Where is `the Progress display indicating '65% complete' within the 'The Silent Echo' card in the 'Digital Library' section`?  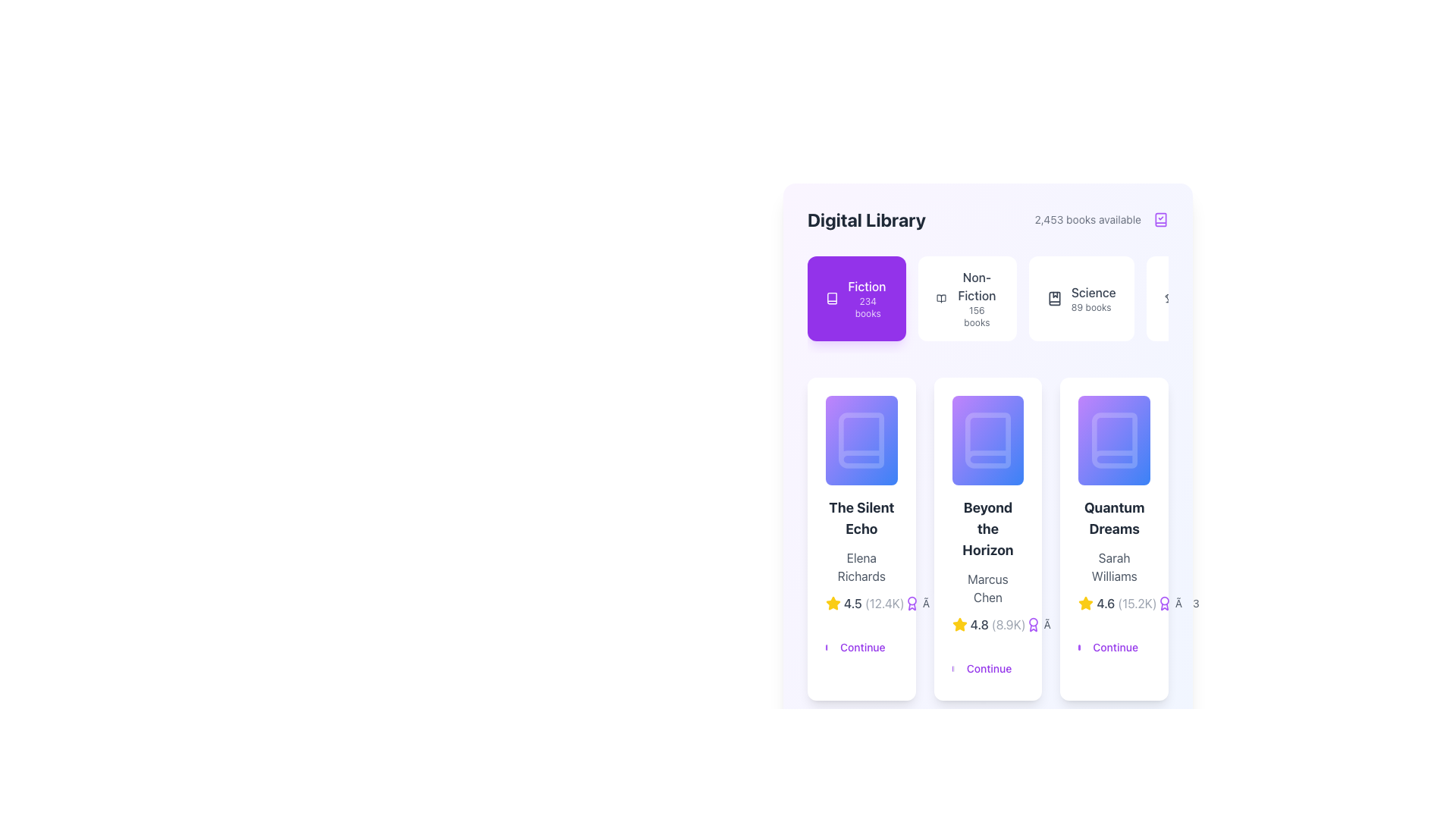
the Progress display indicating '65% complete' within the 'The Silent Echo' card in the 'Digital Library' section is located at coordinates (861, 441).